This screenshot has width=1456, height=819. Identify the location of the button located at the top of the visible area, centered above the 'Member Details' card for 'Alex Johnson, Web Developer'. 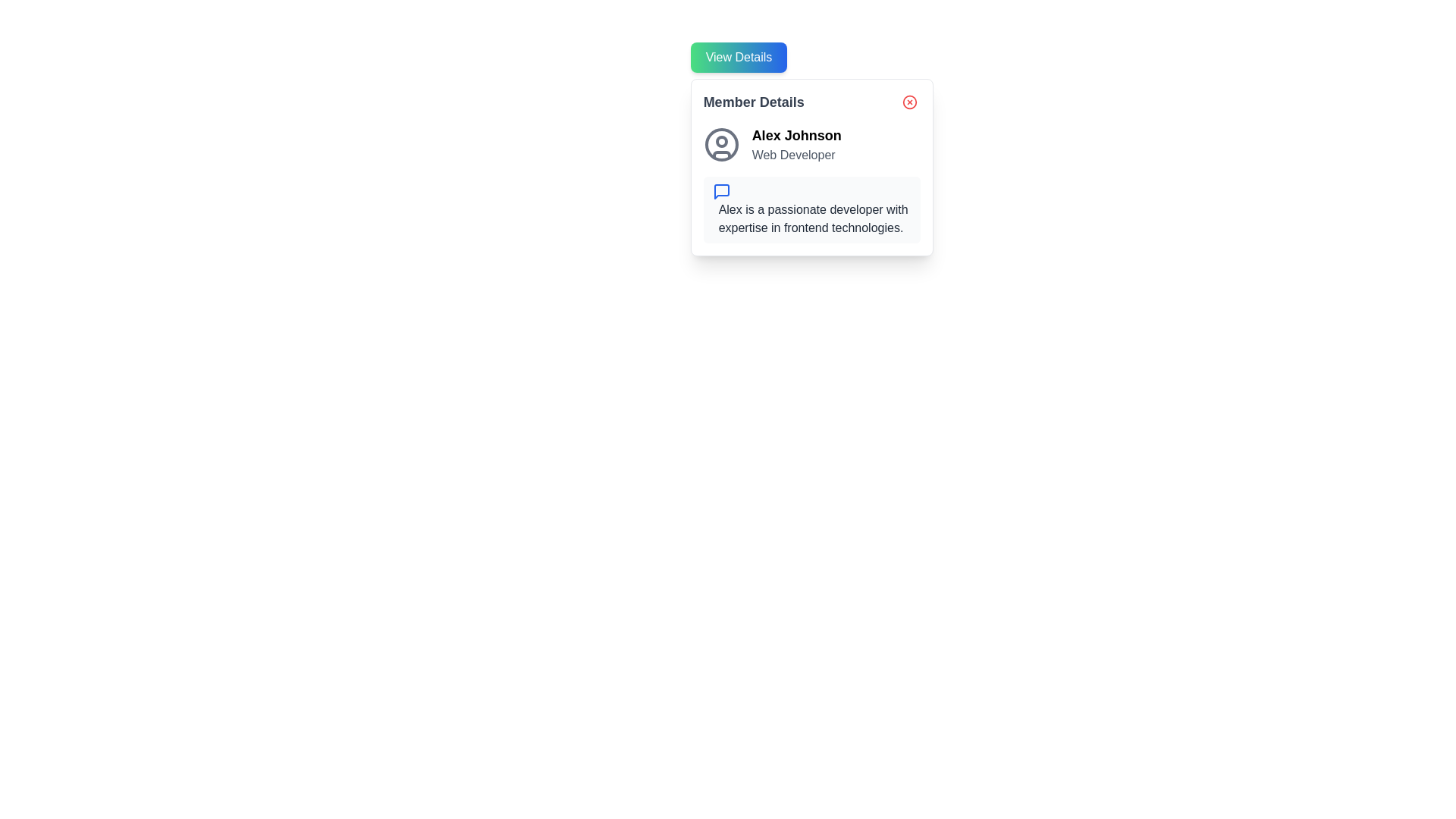
(739, 57).